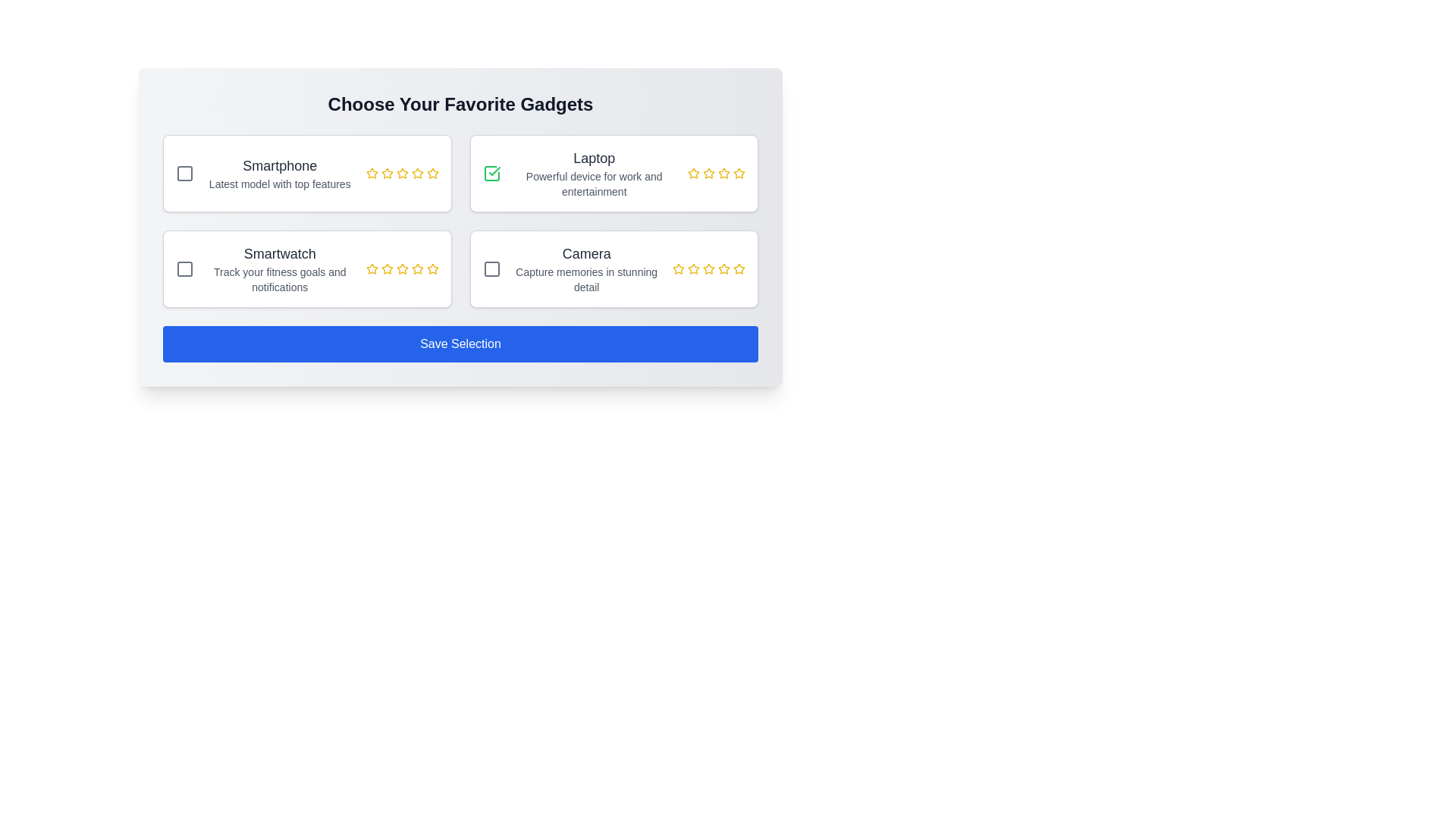  I want to click on the Text Label that displays 'Laptop', which is styled with a larger, bold font and dark gray color, located in the upper-right segment of the interface, so click(593, 158).